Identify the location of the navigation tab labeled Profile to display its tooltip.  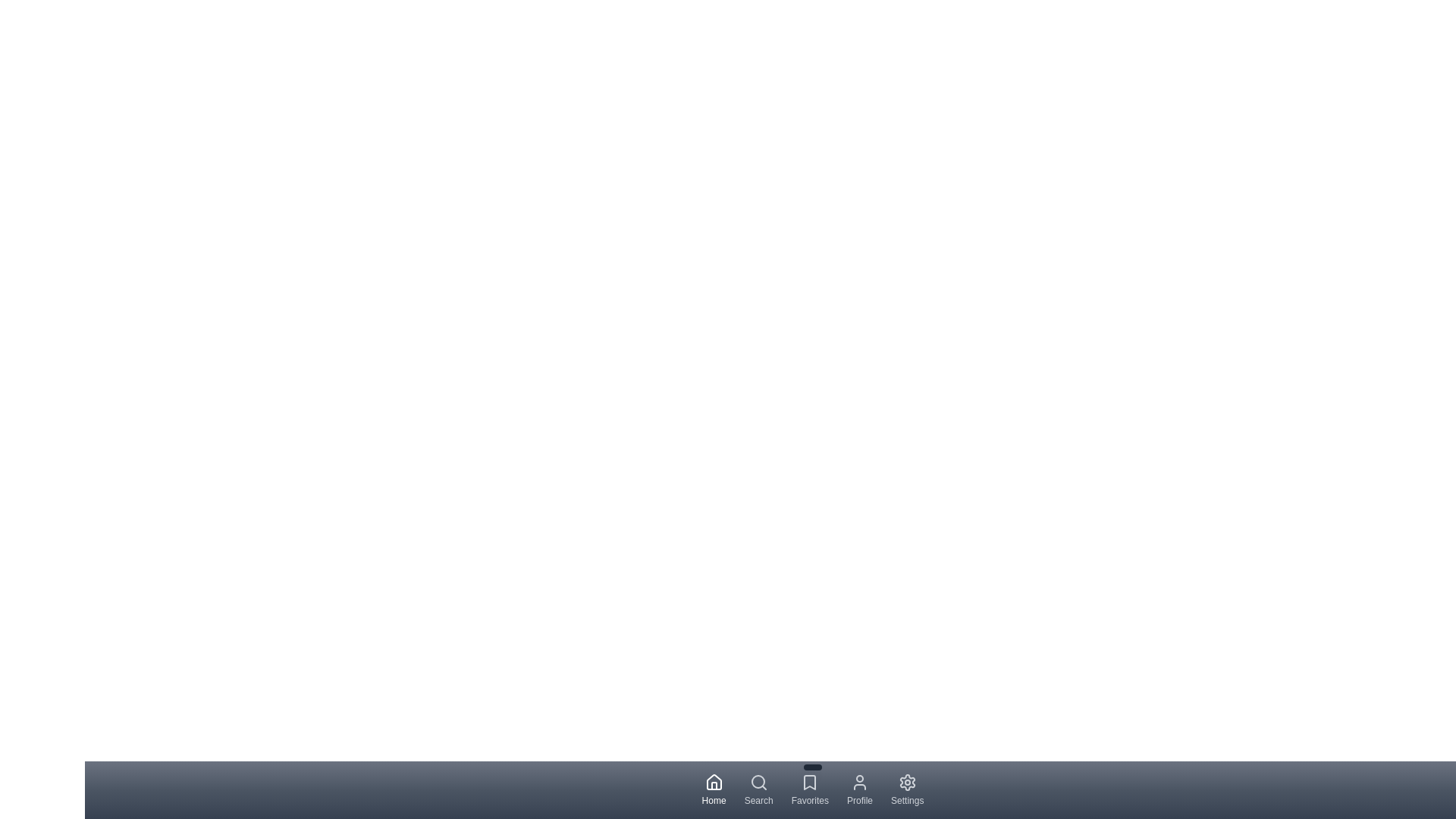
(859, 789).